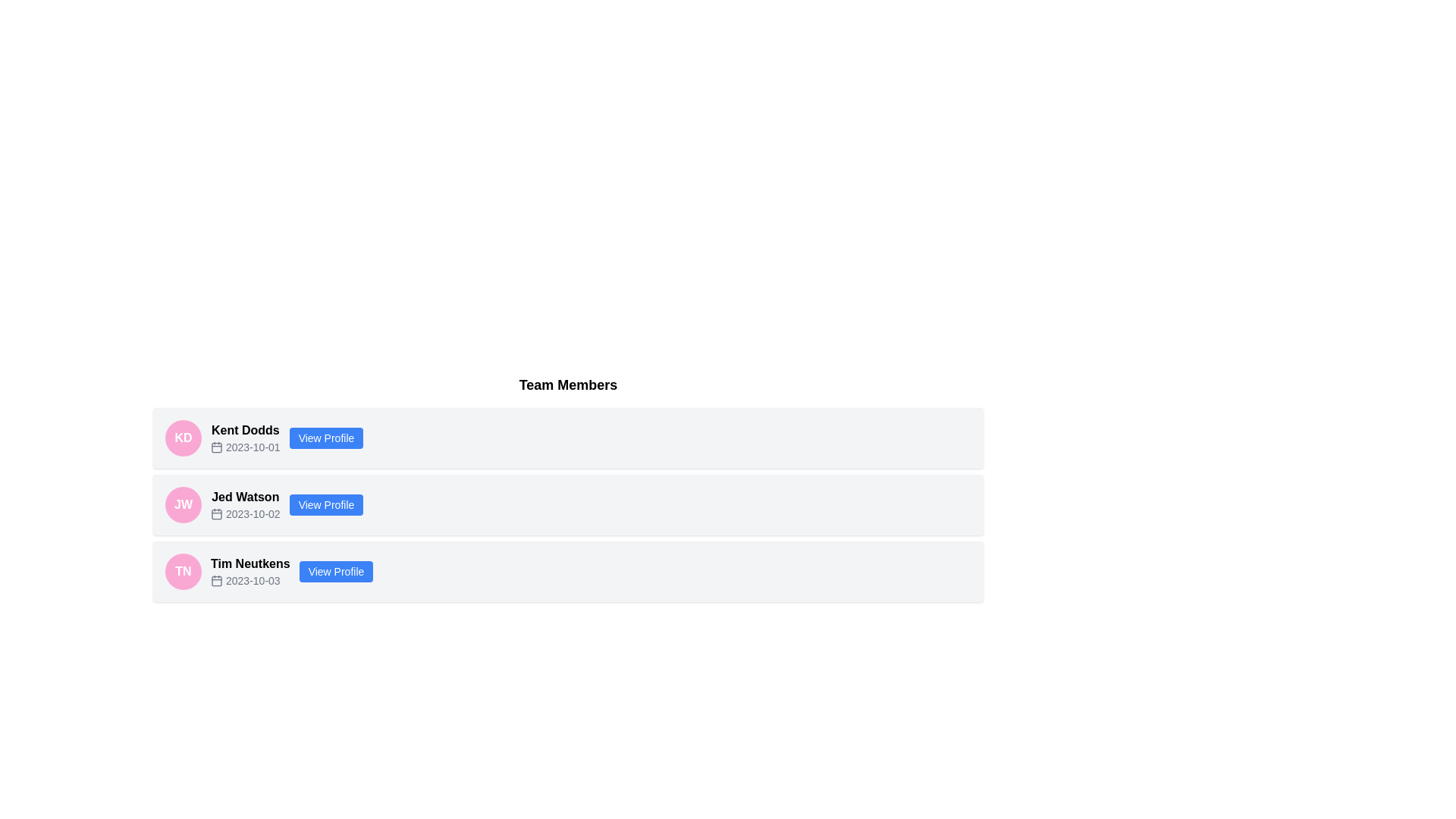 This screenshot has width=1456, height=819. I want to click on the date text element displaying '2023-10-03' in light gray font, located to the right of the calendar icon in the 'Team Members' list for 'Tim Neutkens', so click(253, 580).